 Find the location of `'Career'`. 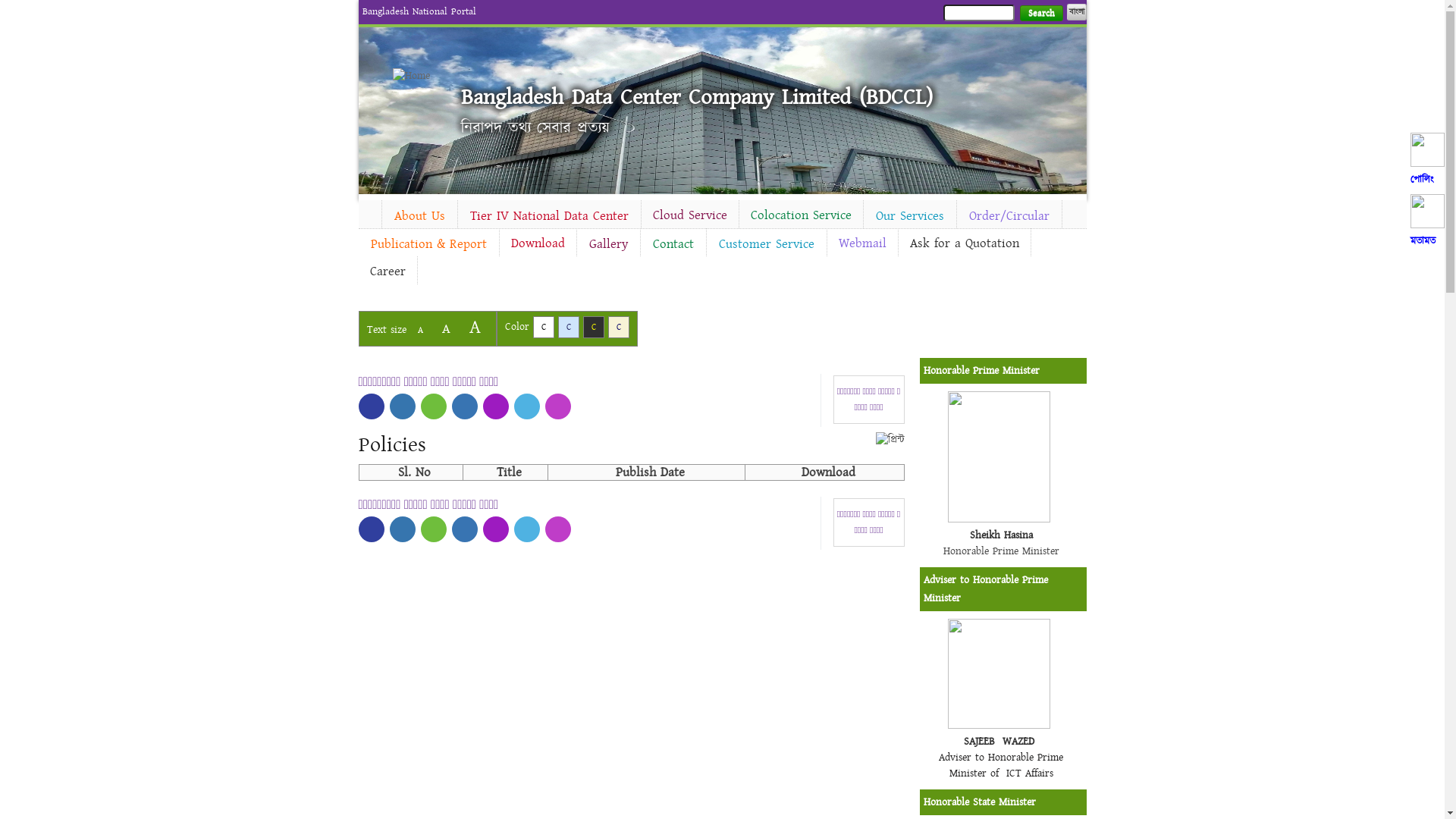

'Career' is located at coordinates (387, 271).